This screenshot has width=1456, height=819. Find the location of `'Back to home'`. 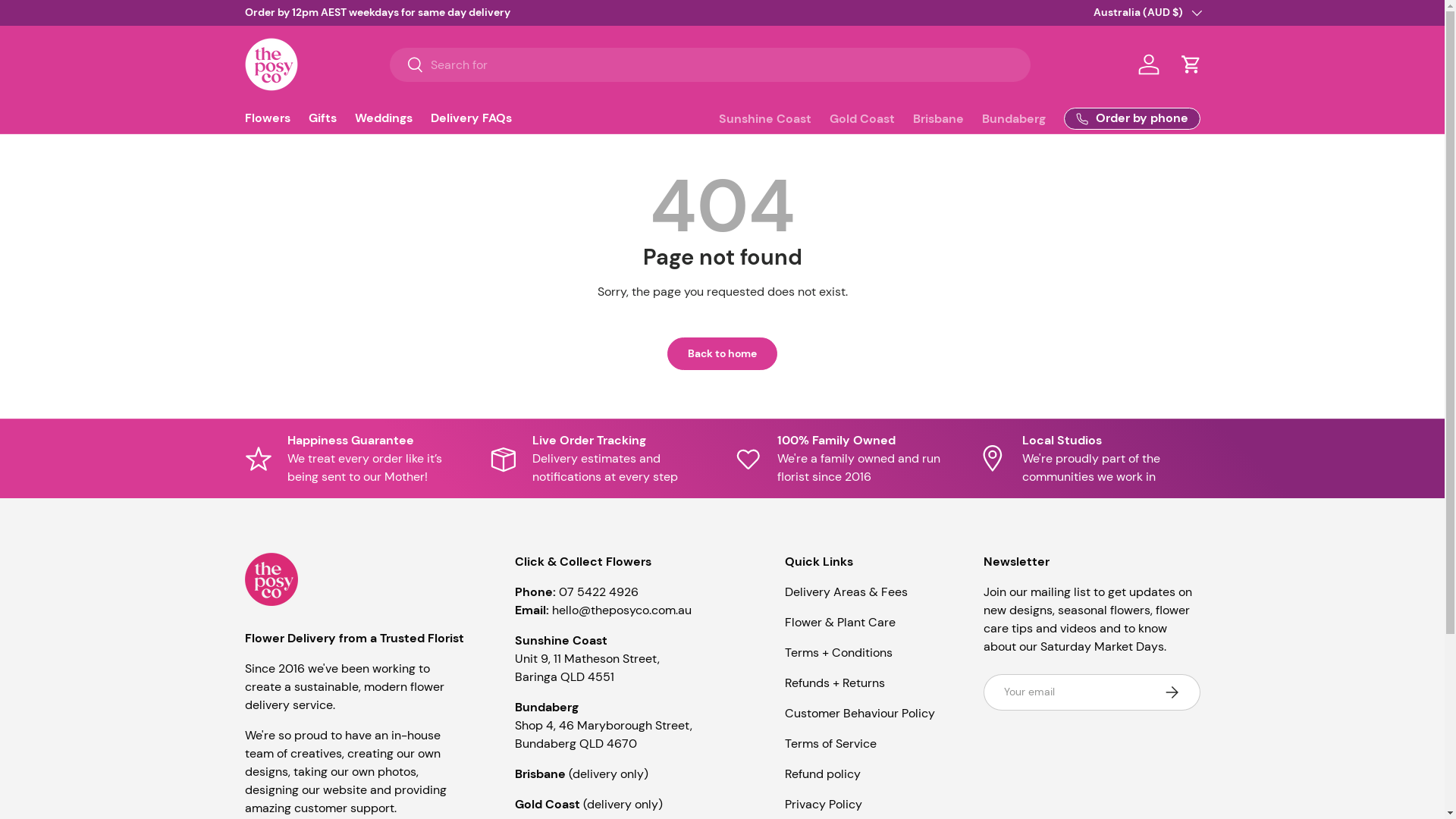

'Back to home' is located at coordinates (721, 353).